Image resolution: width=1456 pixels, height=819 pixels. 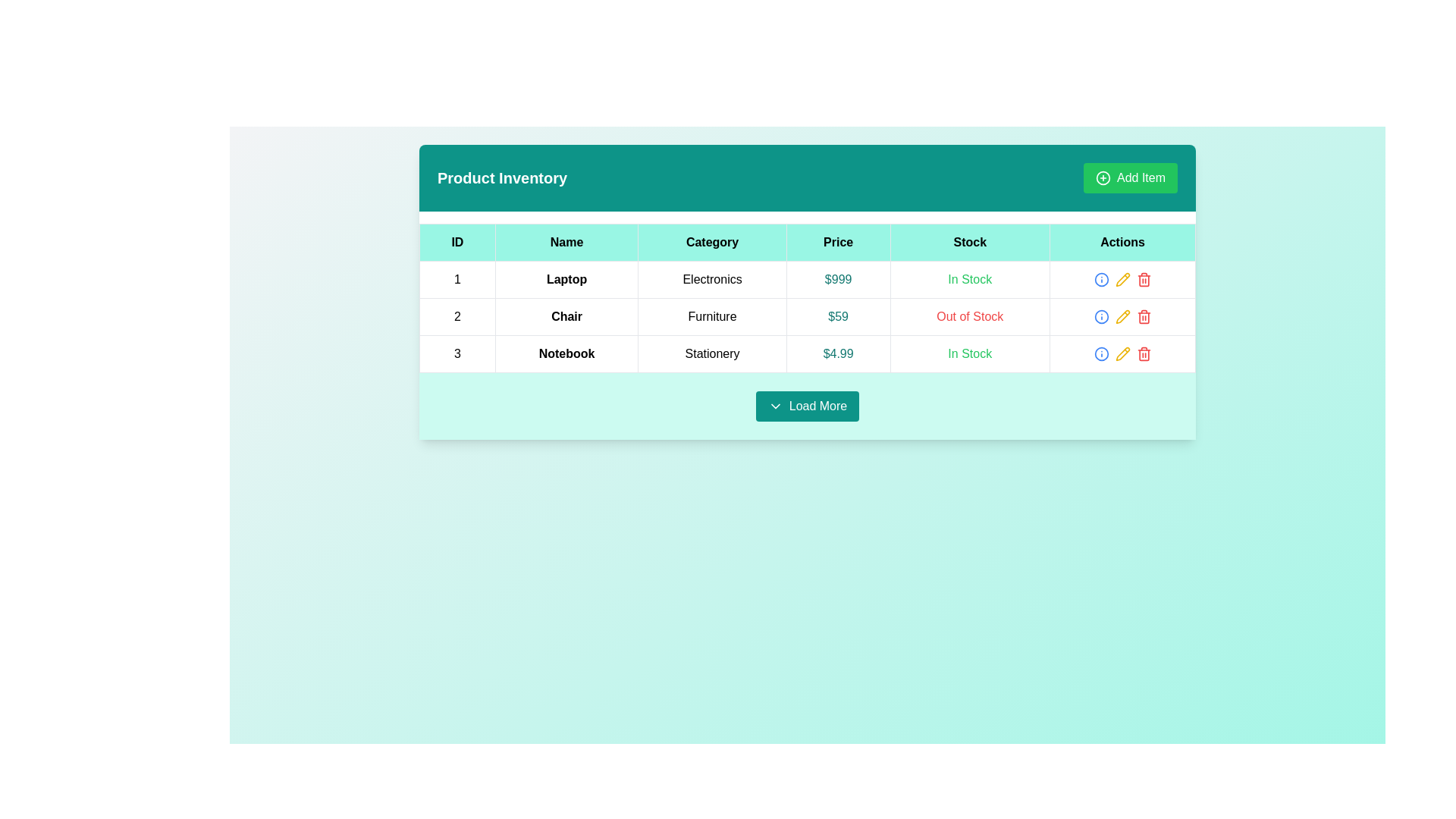 I want to click on the text label that identifies the product name 'Chair' in the inventory table, located in the second row and second column under the 'Name' header, so click(x=566, y=315).